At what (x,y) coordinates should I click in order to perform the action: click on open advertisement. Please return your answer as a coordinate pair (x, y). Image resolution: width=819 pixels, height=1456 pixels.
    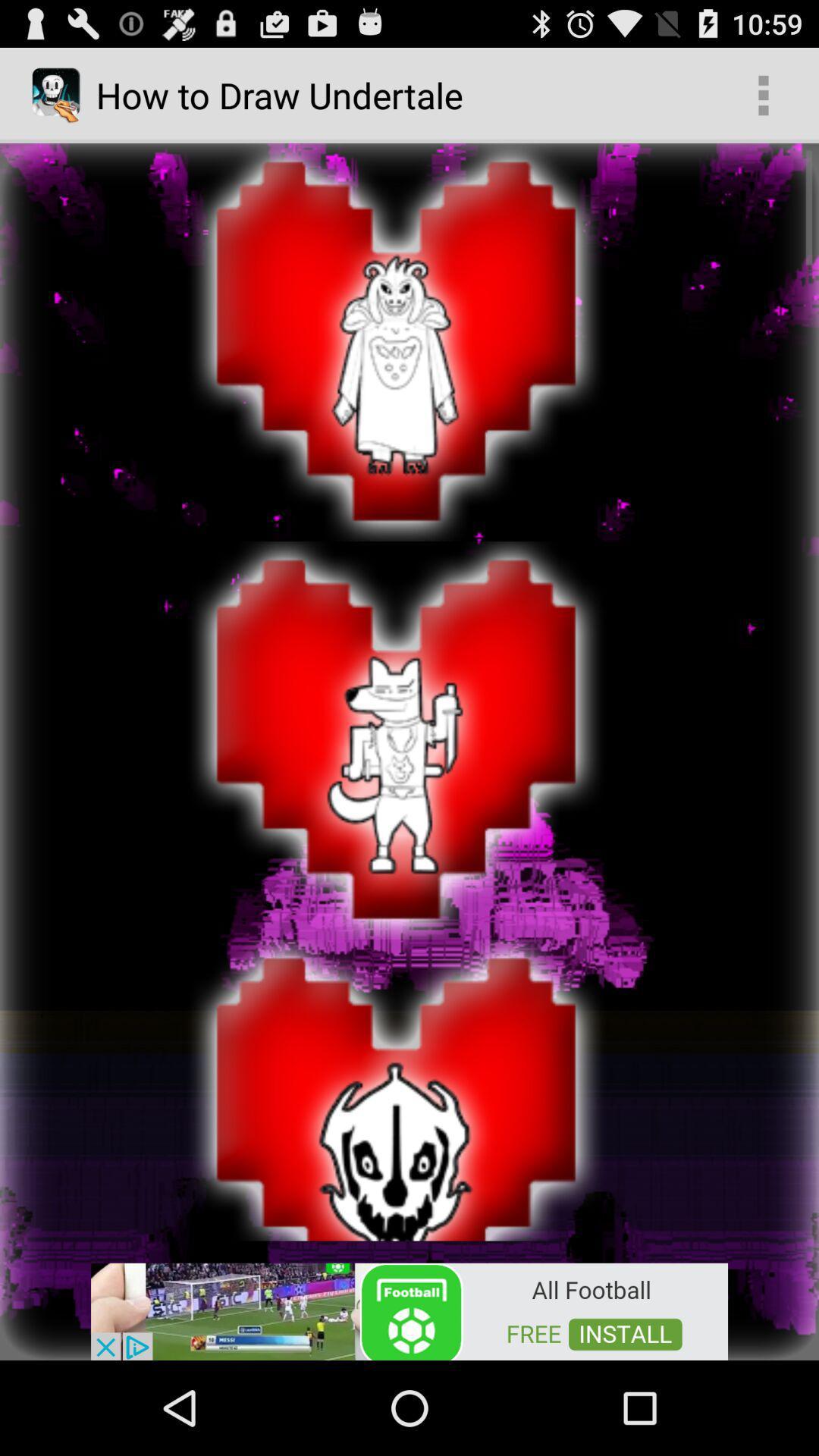
    Looking at the image, I should click on (409, 1310).